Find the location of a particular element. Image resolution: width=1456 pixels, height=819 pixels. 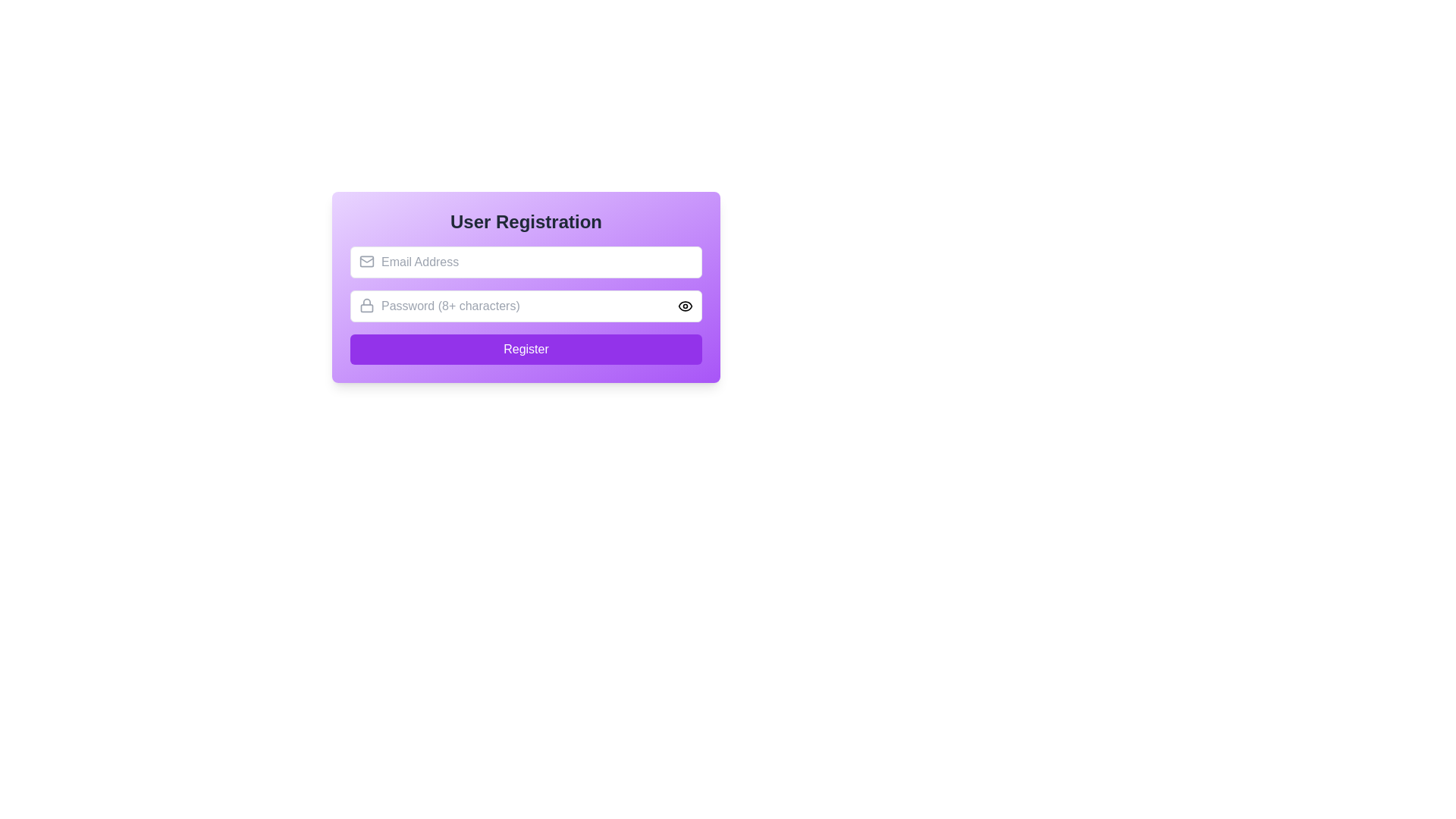

the decorative email icon background located at the start of the 'Email Address' input field is located at coordinates (367, 260).